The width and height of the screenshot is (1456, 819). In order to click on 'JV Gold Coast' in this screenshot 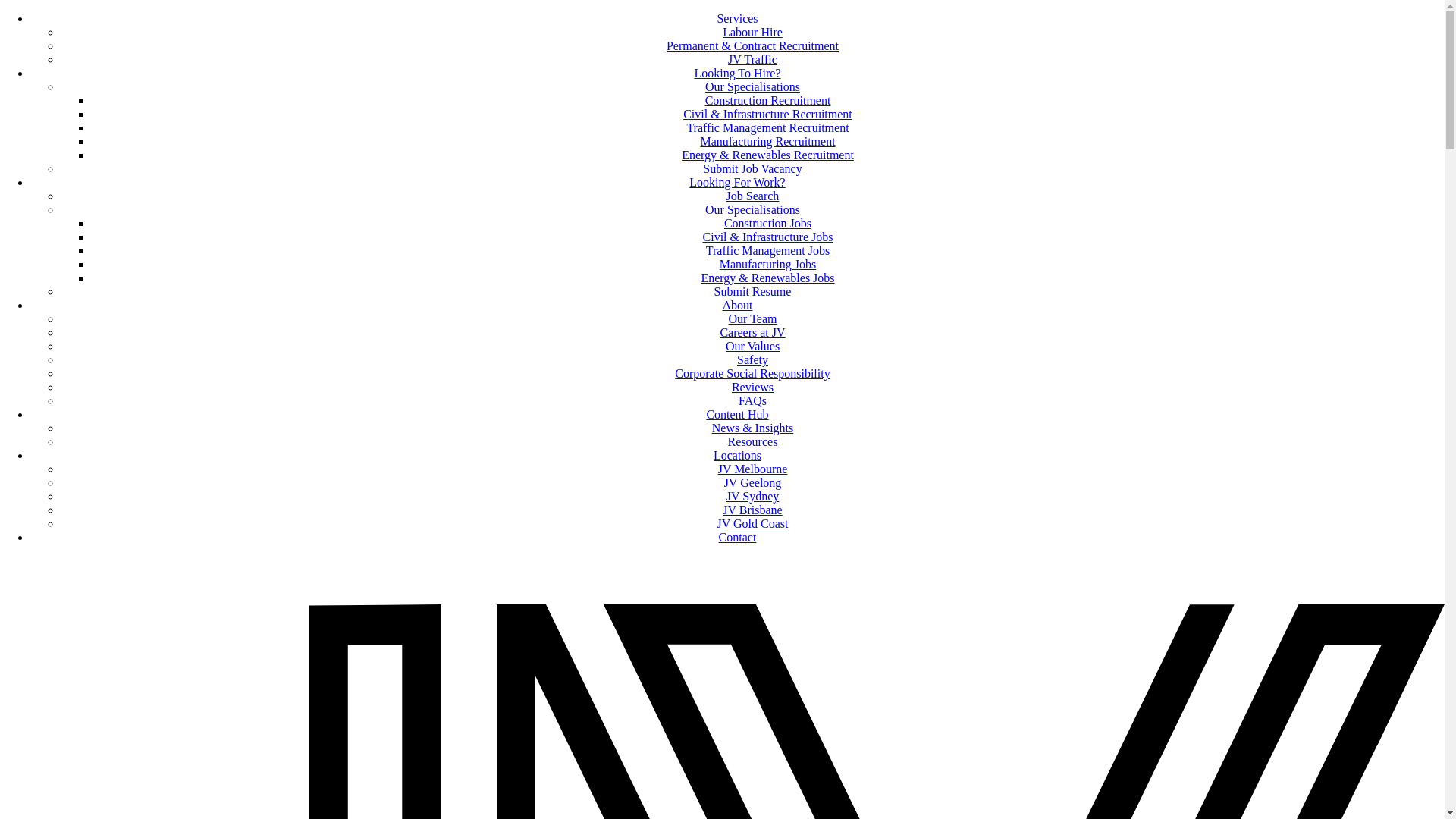, I will do `click(753, 522)`.